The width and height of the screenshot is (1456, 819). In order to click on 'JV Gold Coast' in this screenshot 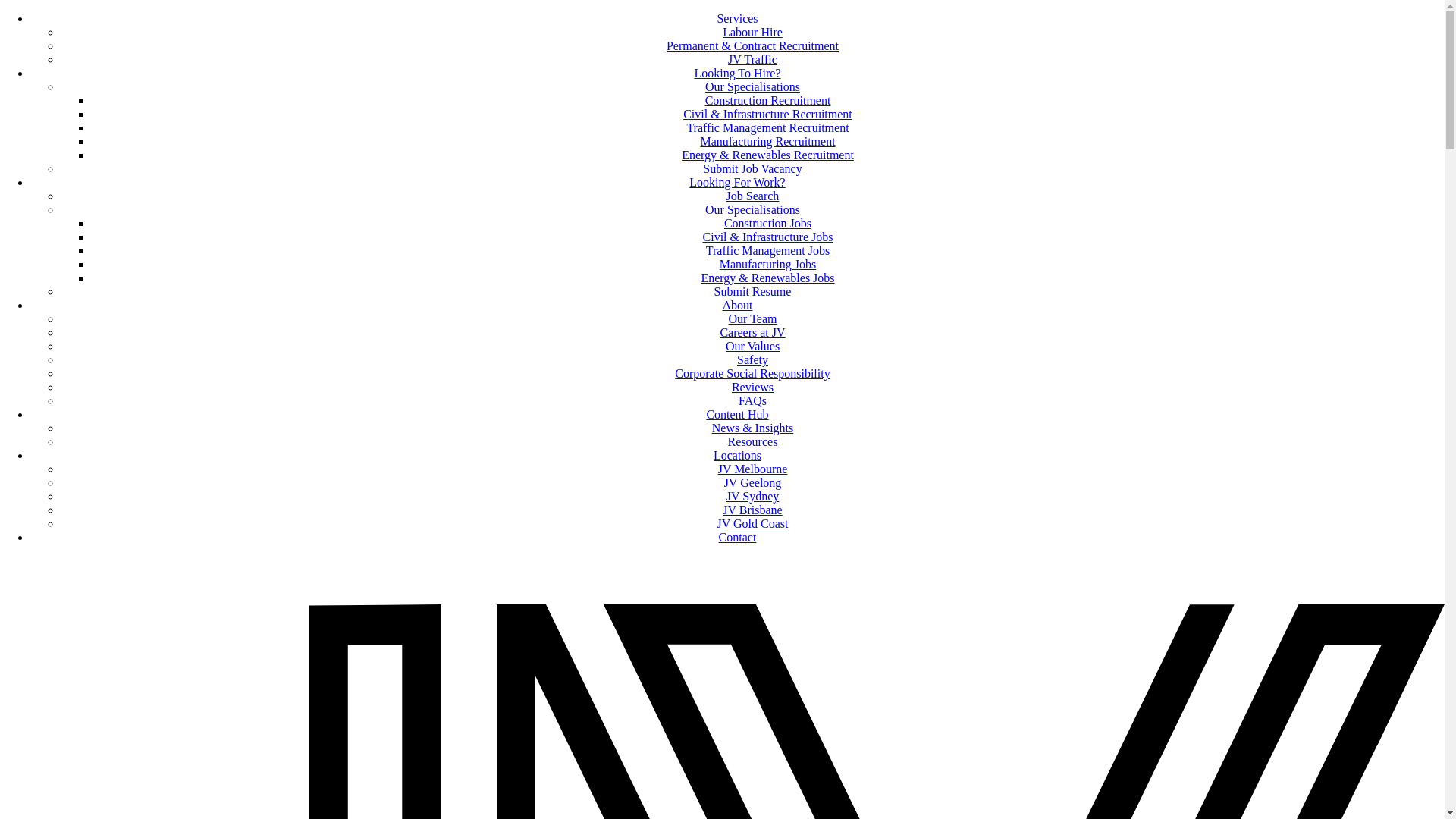, I will do `click(753, 522)`.